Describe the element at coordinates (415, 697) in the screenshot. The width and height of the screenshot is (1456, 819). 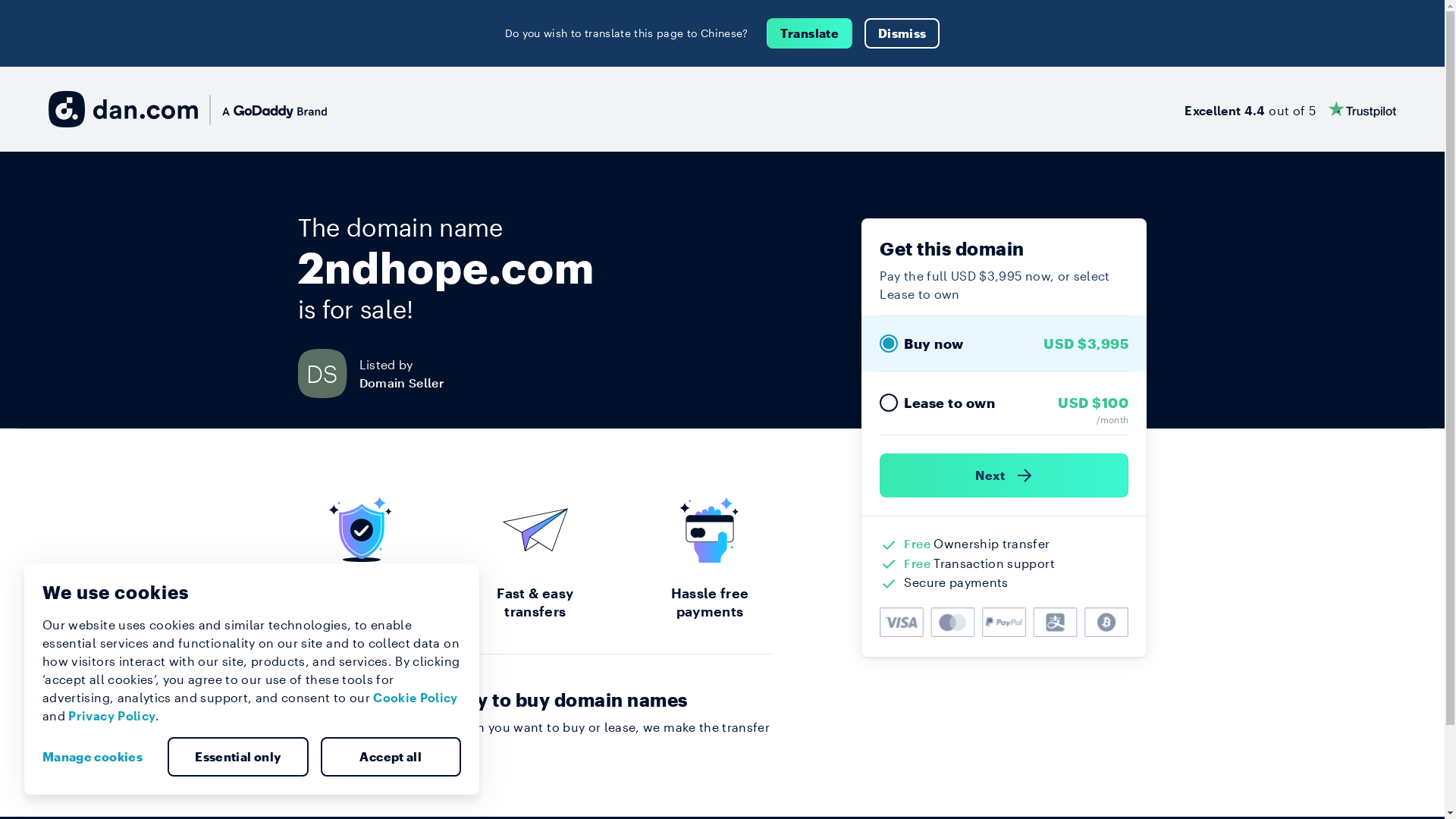
I see `'Cookie Policy'` at that location.